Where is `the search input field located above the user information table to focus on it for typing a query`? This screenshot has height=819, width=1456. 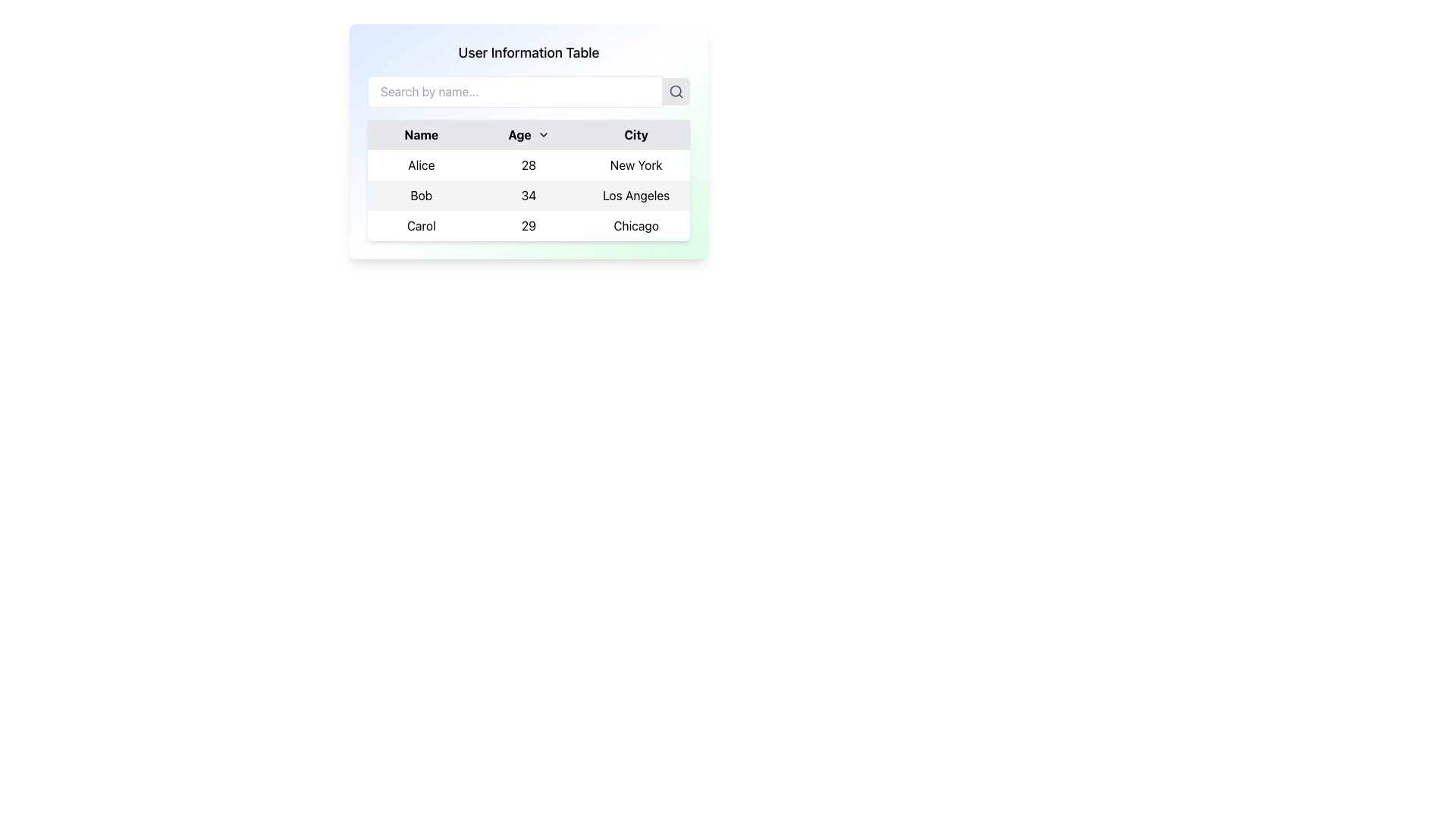 the search input field located above the user information table to focus on it for typing a query is located at coordinates (515, 91).